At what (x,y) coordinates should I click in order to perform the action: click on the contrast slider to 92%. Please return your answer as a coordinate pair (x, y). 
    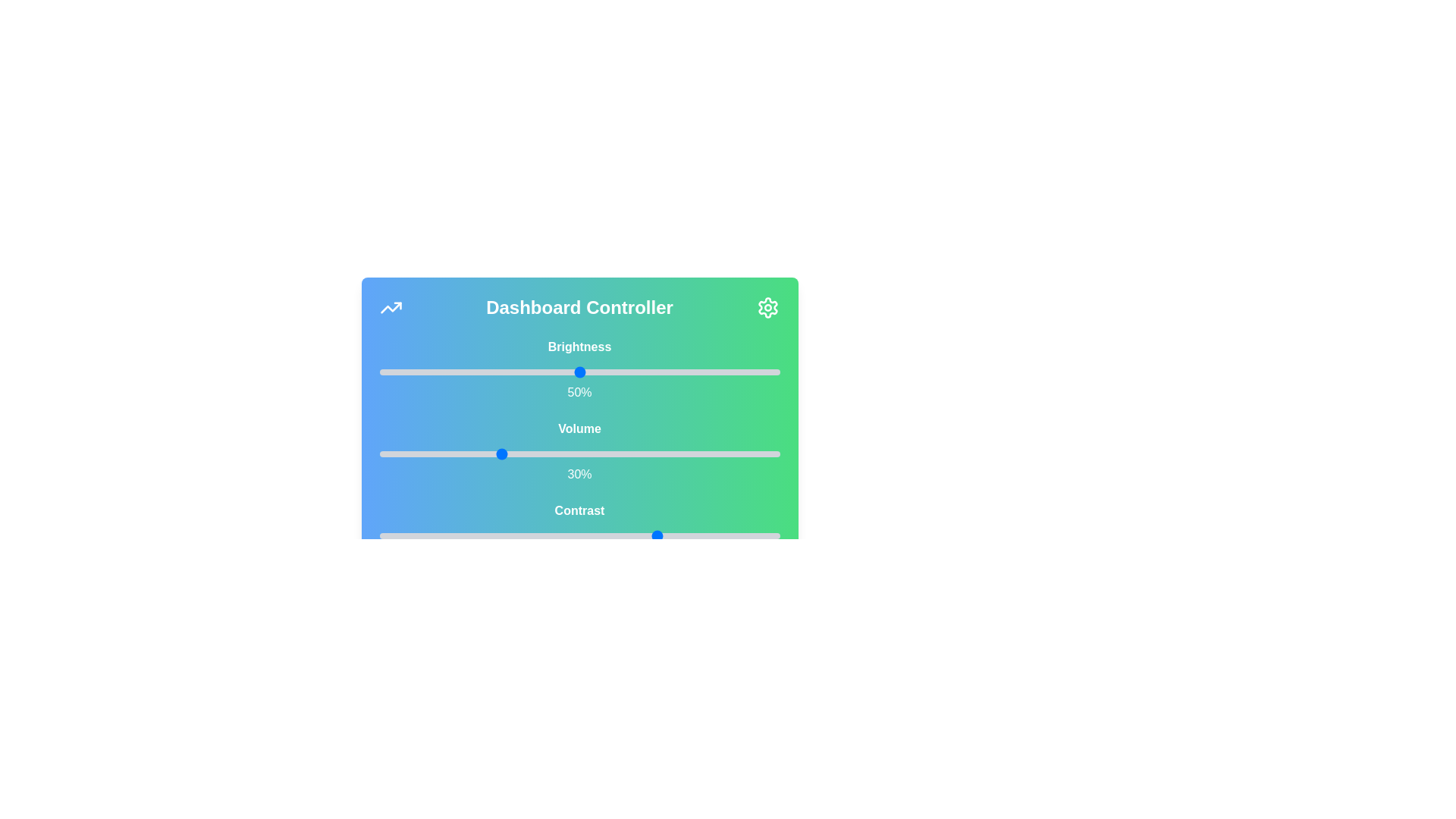
    Looking at the image, I should click on (748, 535).